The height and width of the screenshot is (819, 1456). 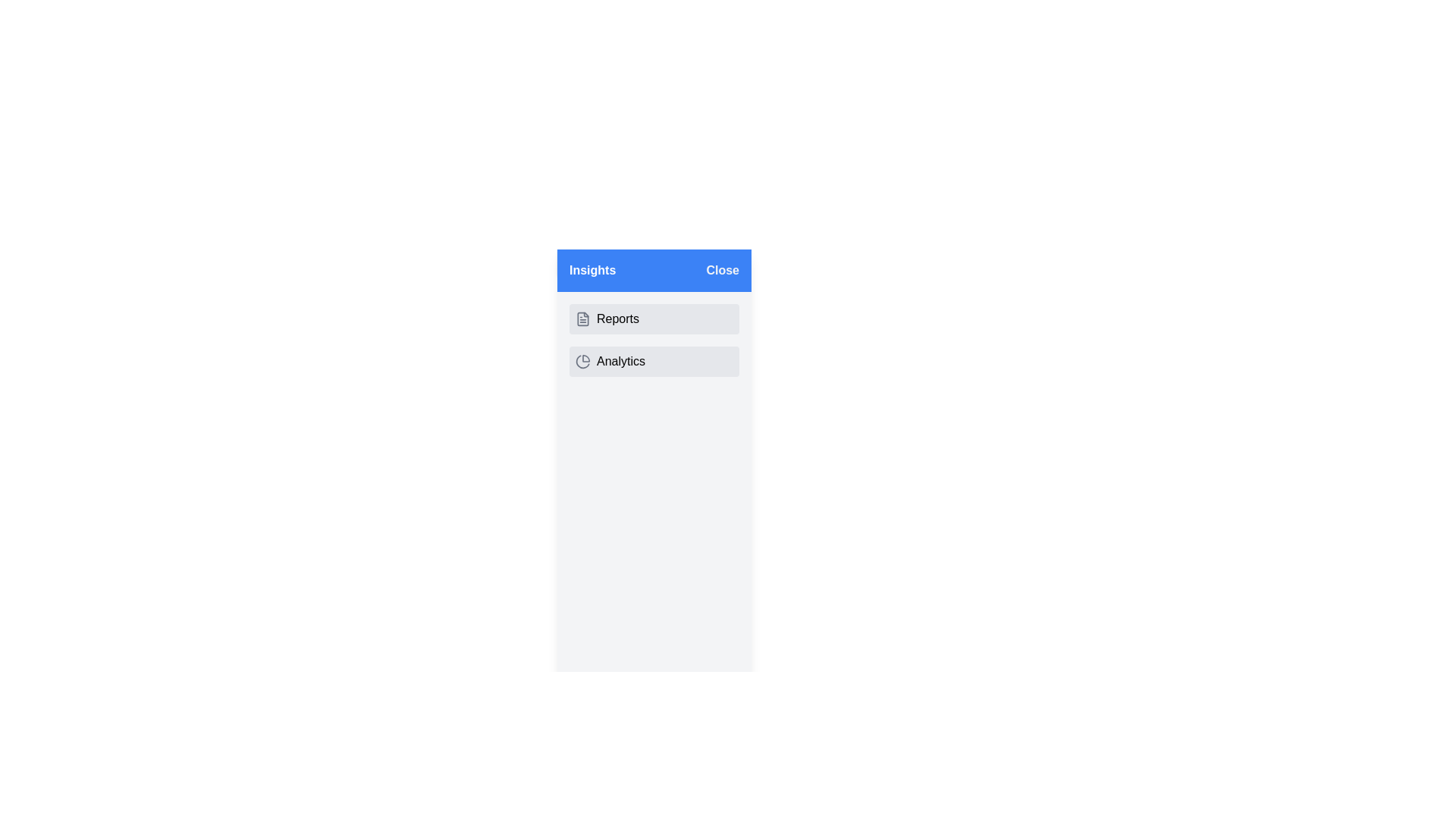 I want to click on the 'Analytics' text label in bold, black font on a light gray background, so click(x=621, y=362).